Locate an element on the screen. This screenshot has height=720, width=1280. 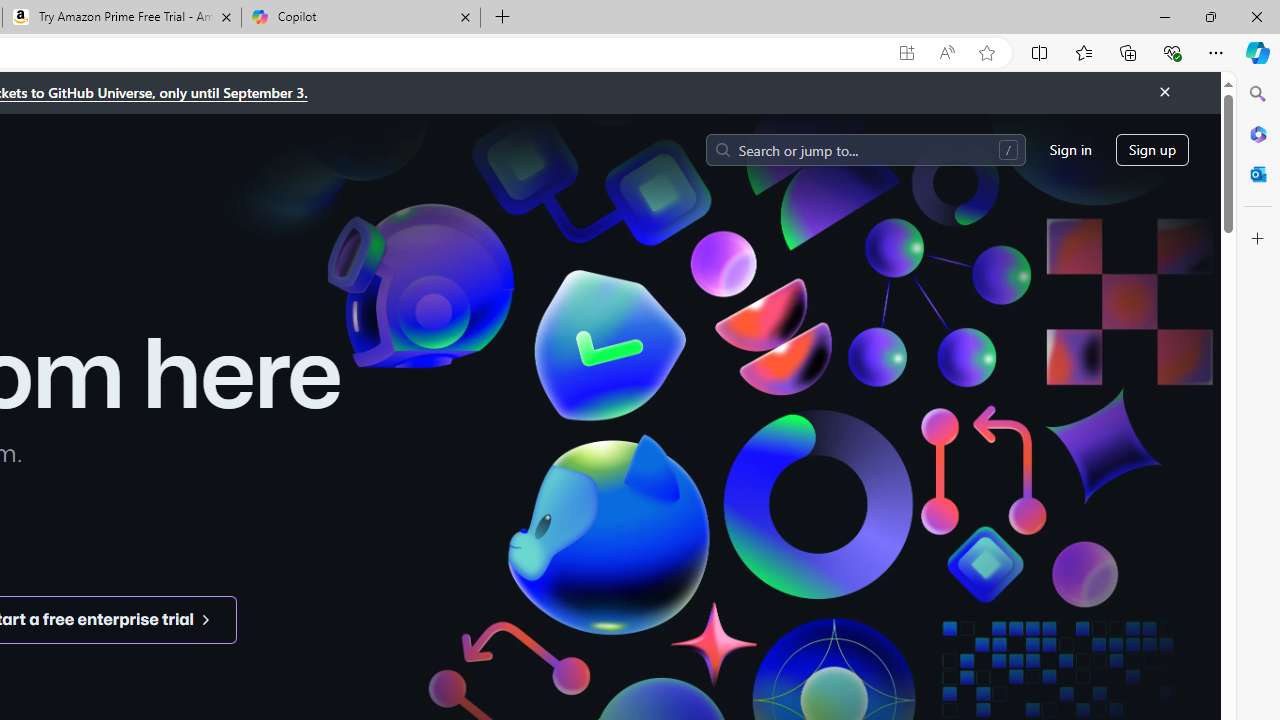
'Split screen' is located at coordinates (1040, 51).